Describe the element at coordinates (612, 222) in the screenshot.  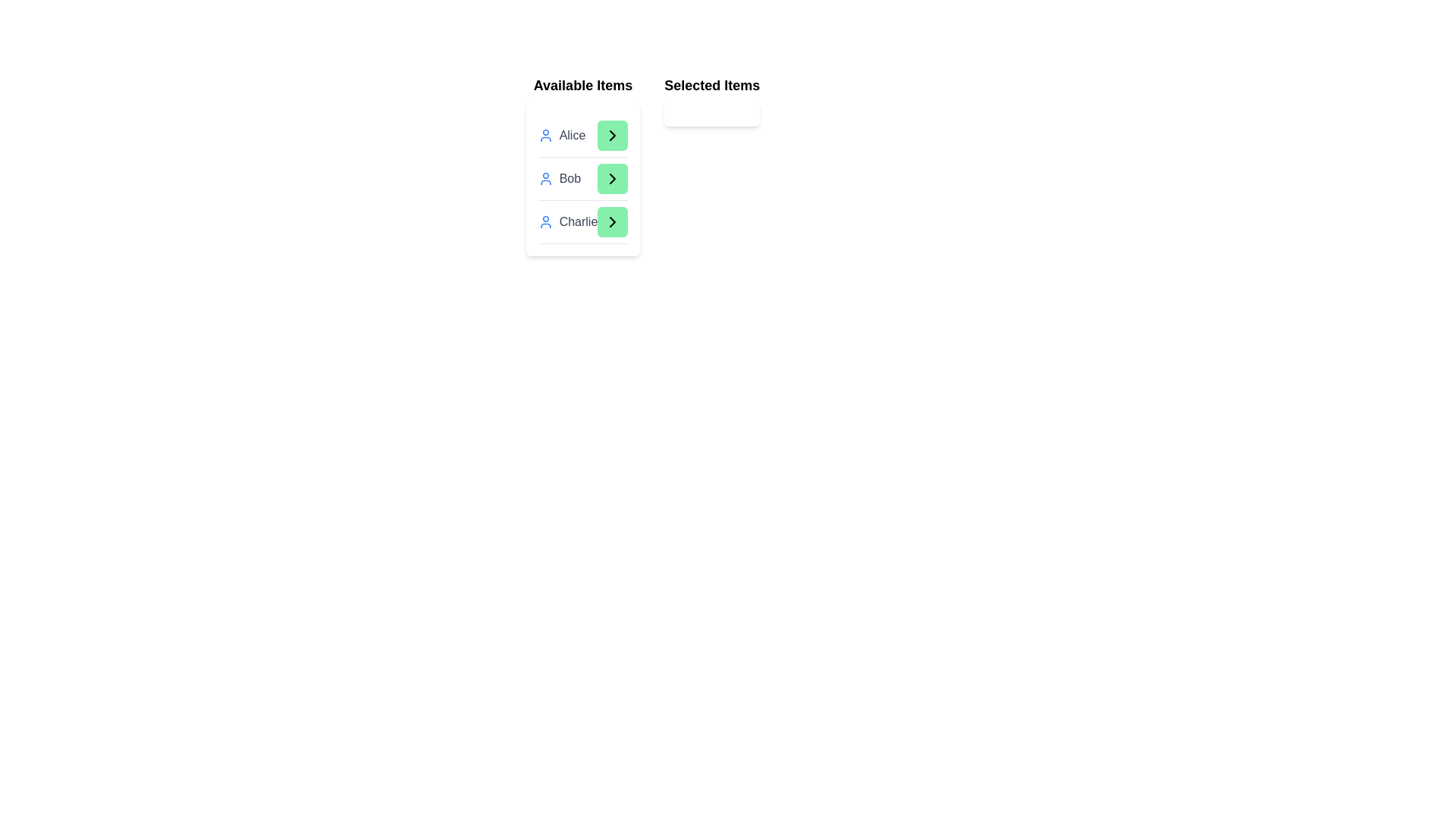
I see `the transfer icon next to Charlie to move it to the other list` at that location.